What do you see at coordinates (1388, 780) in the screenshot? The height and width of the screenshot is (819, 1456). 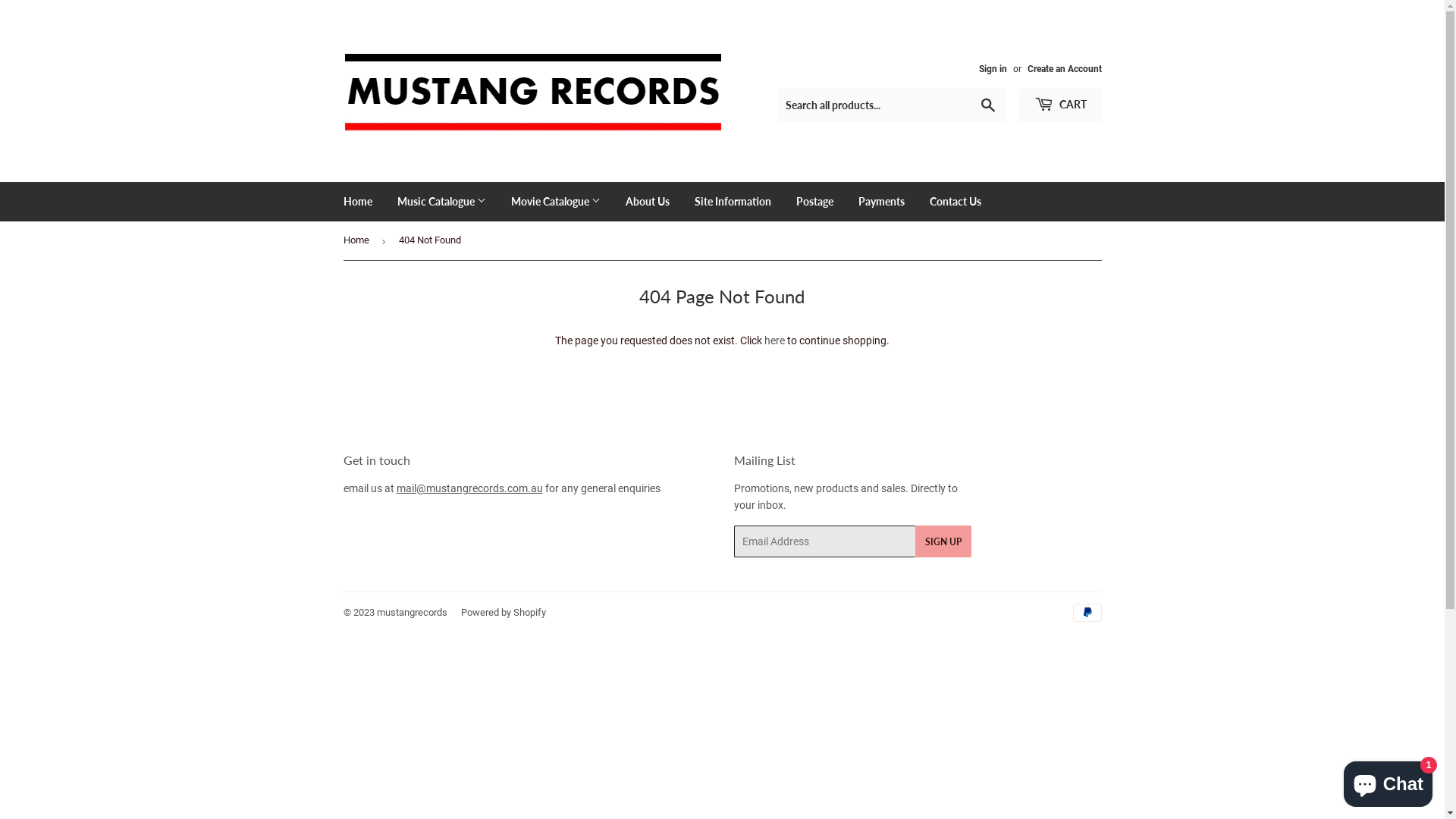 I see `'Shopify online store chat'` at bounding box center [1388, 780].